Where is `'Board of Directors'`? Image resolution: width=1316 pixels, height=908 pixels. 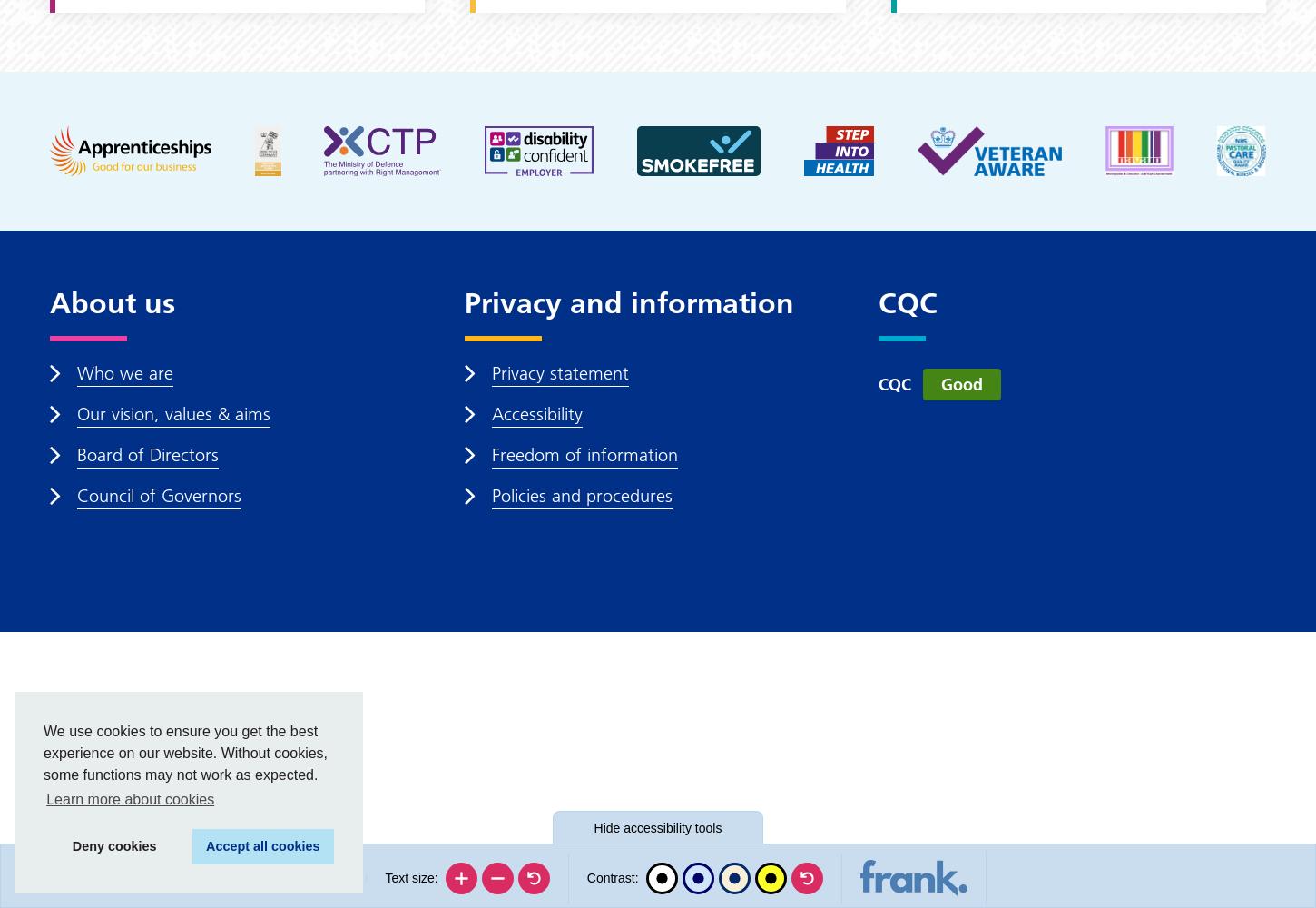 'Board of Directors' is located at coordinates (146, 455).